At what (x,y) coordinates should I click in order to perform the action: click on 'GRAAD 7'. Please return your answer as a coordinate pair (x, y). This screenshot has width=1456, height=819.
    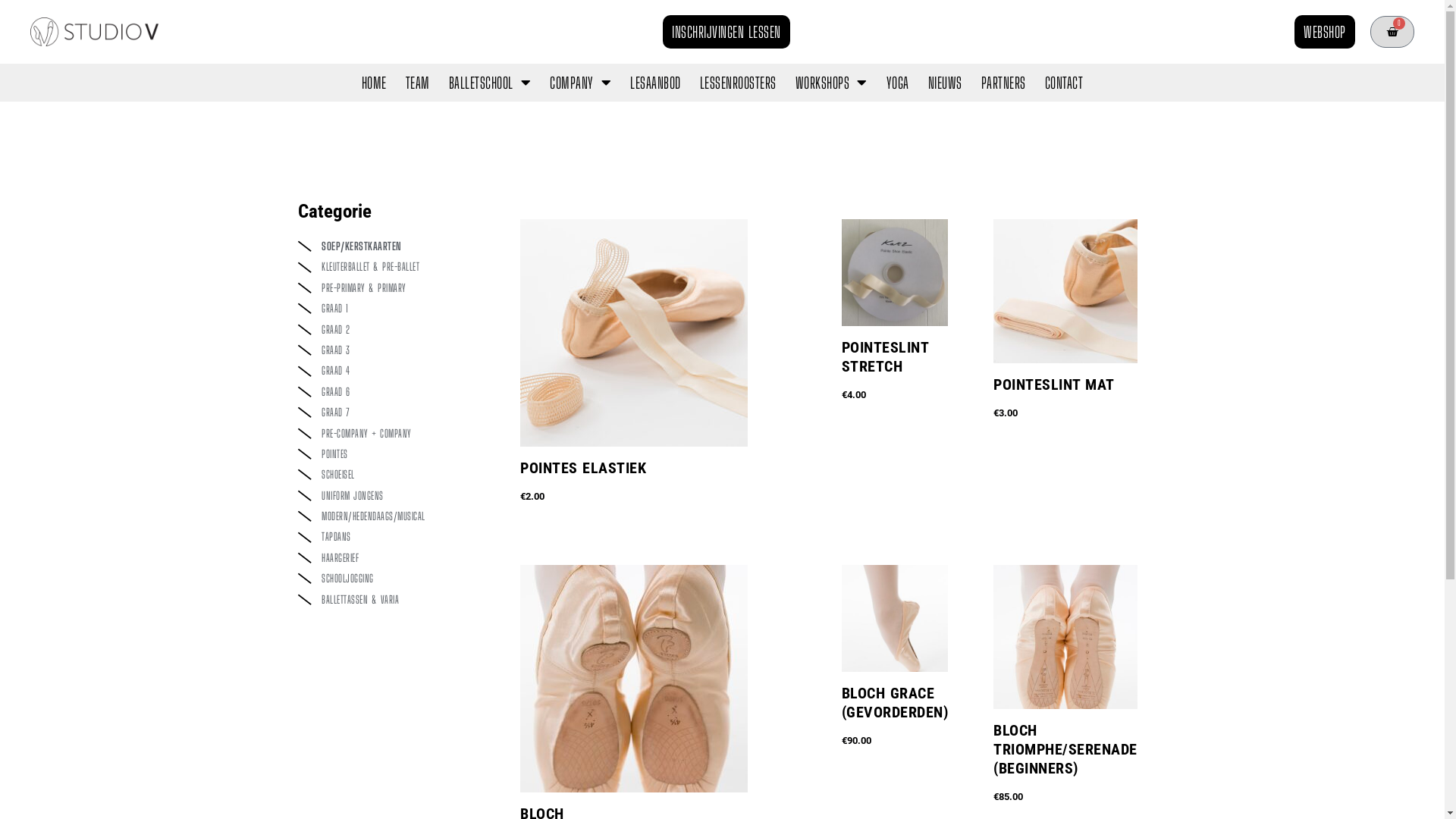
    Looking at the image, I should click on (393, 412).